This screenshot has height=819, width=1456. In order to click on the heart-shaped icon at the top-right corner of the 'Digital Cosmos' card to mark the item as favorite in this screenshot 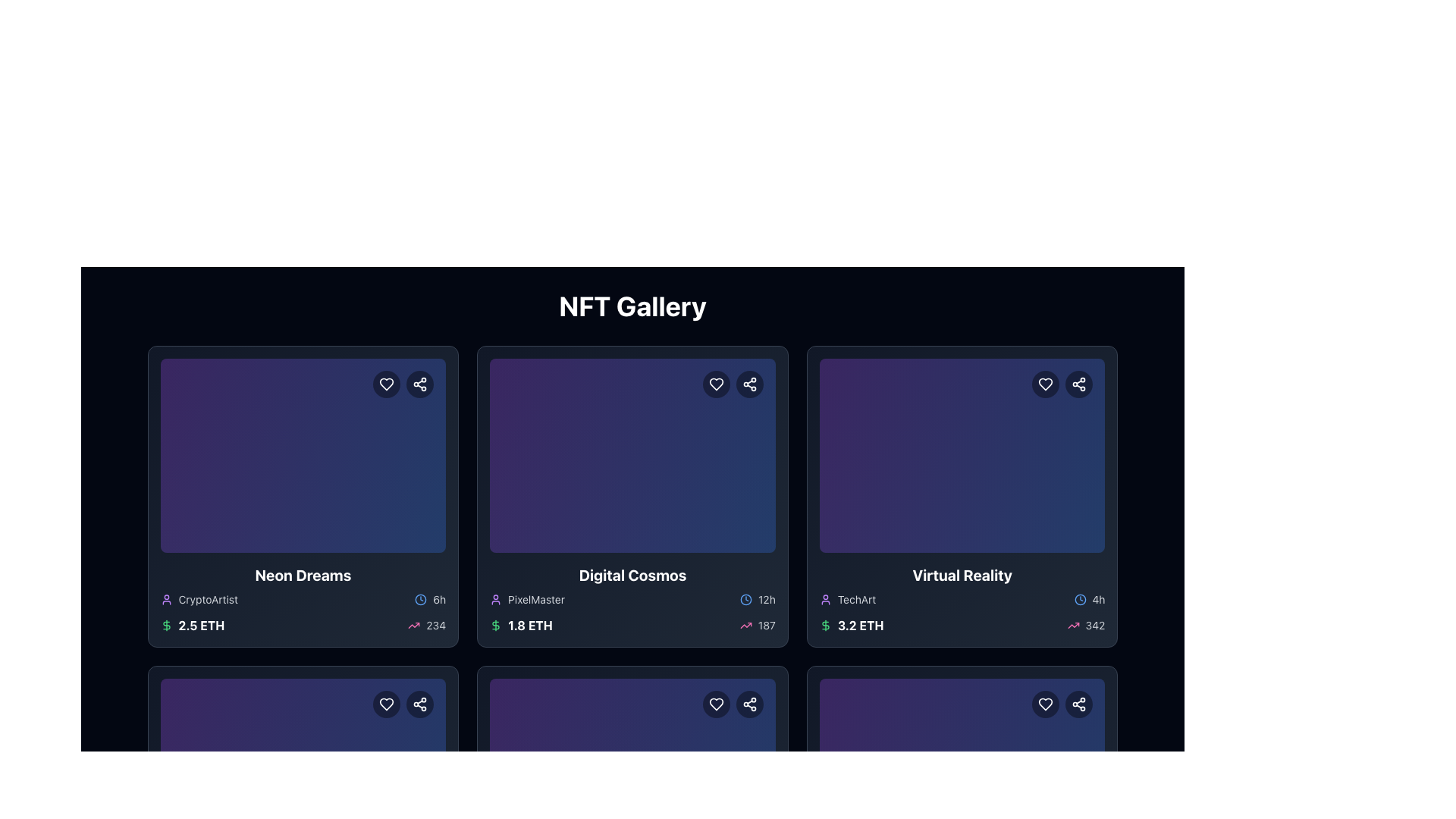, I will do `click(715, 704)`.